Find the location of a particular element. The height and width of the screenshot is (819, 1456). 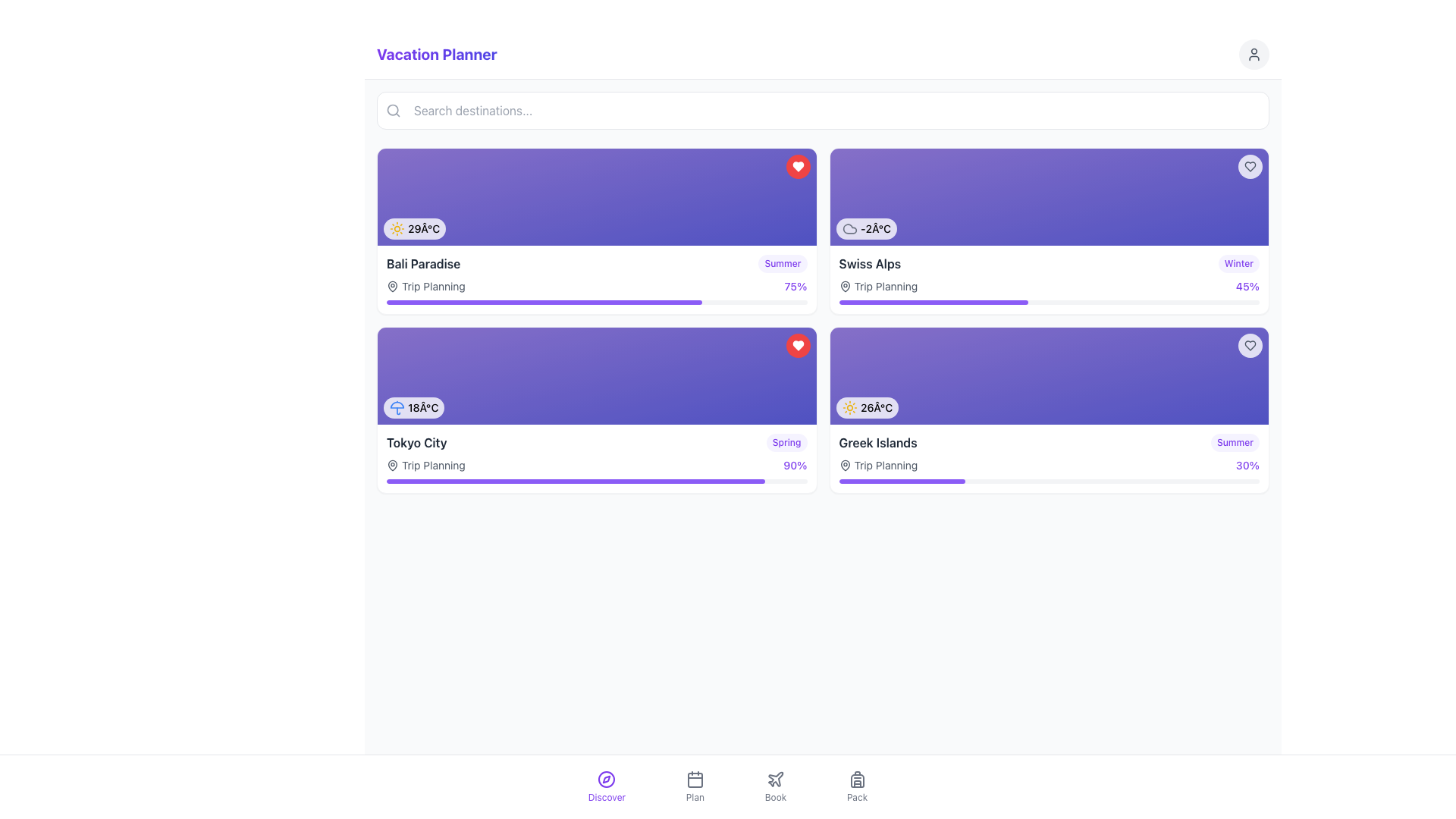

text label 'Plan' located beneath the calendar icon in the navigation bar at the bottom of the interface is located at coordinates (694, 797).